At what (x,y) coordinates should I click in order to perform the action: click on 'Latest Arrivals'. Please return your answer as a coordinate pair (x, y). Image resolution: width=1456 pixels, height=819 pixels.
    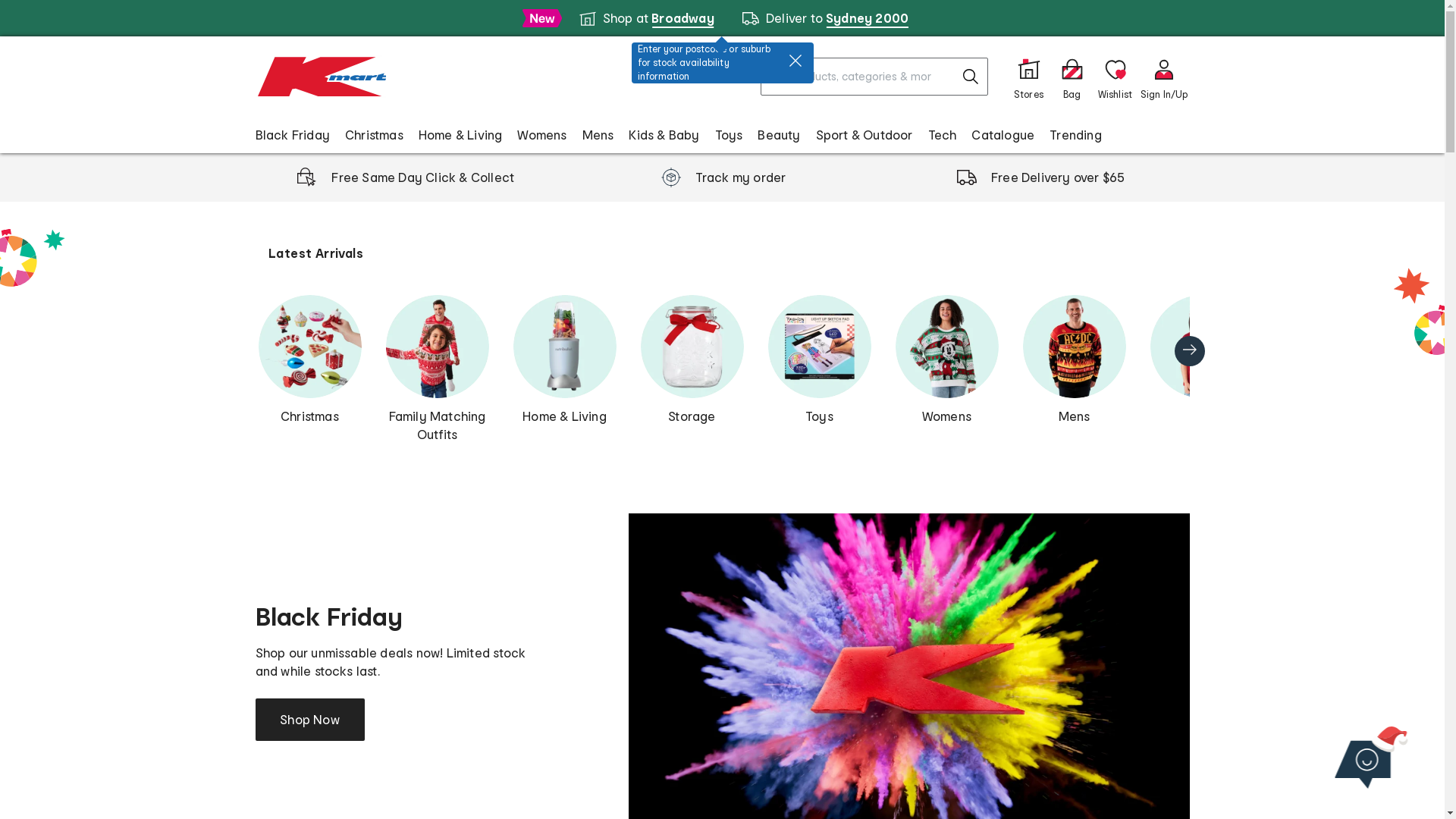
    Looking at the image, I should click on (255, 253).